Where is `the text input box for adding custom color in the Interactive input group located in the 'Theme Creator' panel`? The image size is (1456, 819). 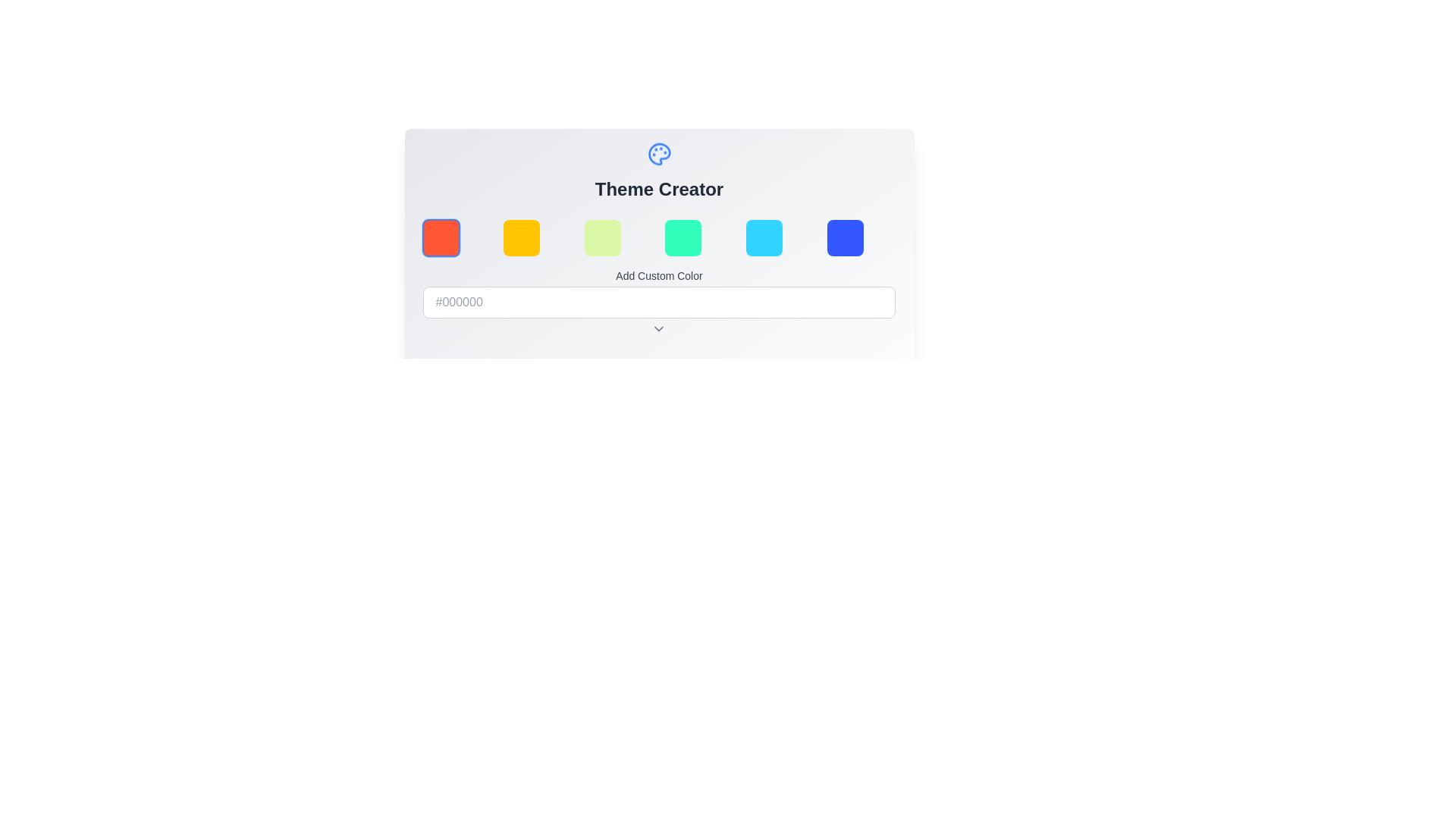 the text input box for adding custom color in the Interactive input group located in the 'Theme Creator' panel is located at coordinates (659, 289).